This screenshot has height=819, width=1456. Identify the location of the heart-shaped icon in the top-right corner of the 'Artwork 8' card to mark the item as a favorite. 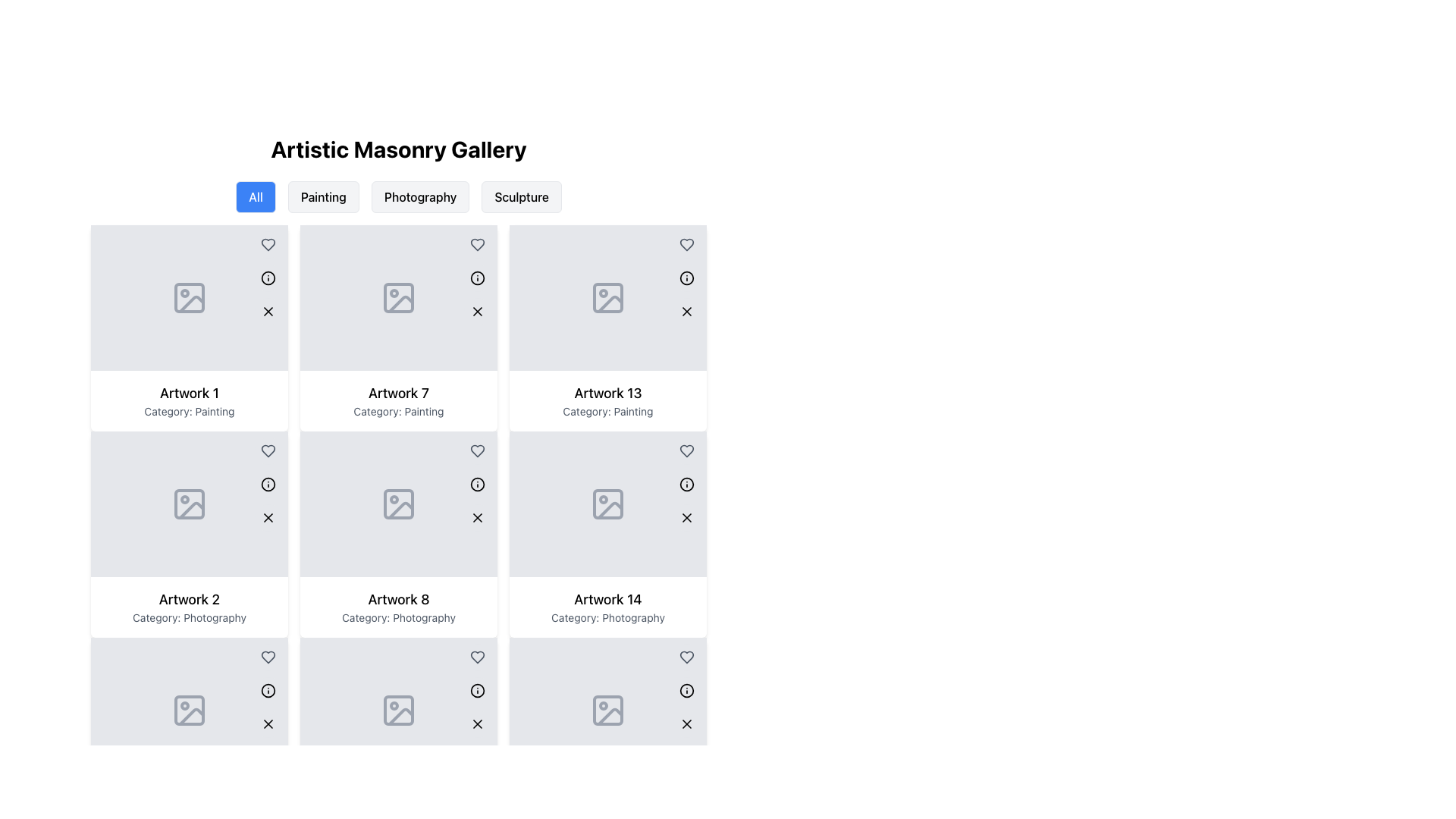
(476, 657).